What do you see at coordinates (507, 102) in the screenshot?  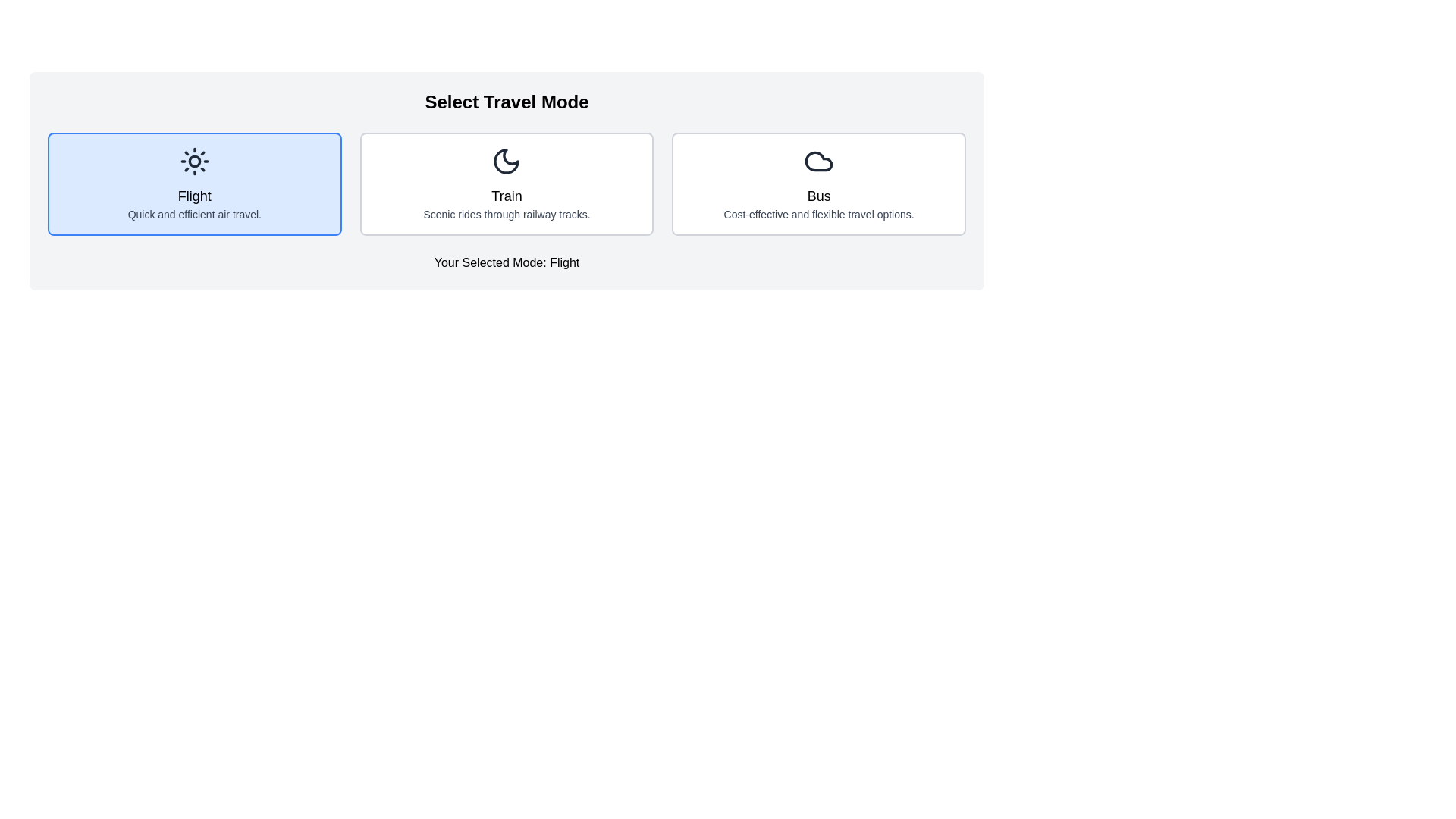 I see `the Text Label element displaying 'Select Travel Mode', which is a bold, large headline positioned at the top of the travel mode selection options` at bounding box center [507, 102].